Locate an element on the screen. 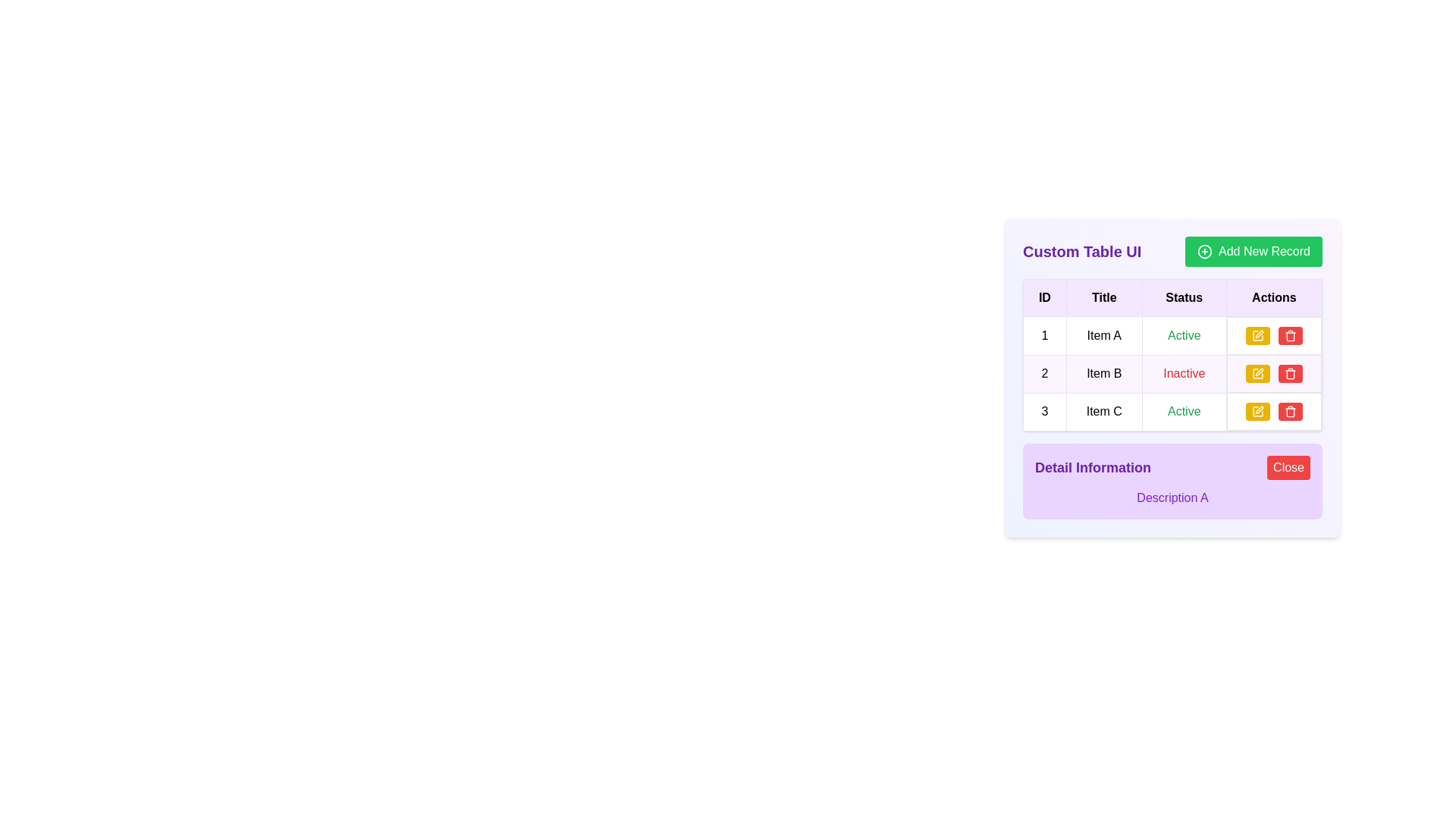  the edit button located in the 'Actions' column of the first row in the 'Custom Table UI', which is the first button in the 'Actions' group next to a red trash icon is located at coordinates (1257, 335).